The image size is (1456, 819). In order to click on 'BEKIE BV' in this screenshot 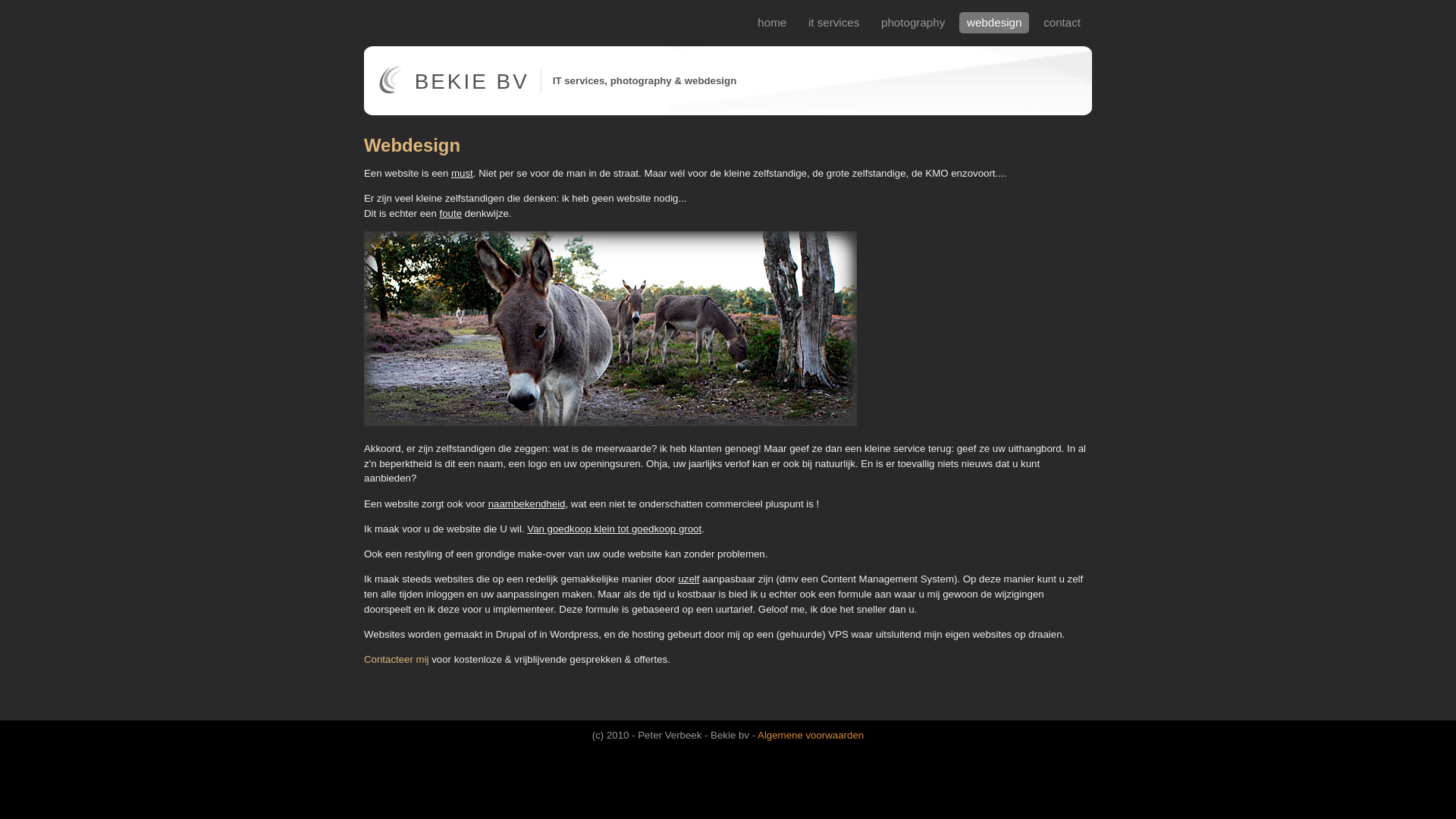, I will do `click(471, 81)`.